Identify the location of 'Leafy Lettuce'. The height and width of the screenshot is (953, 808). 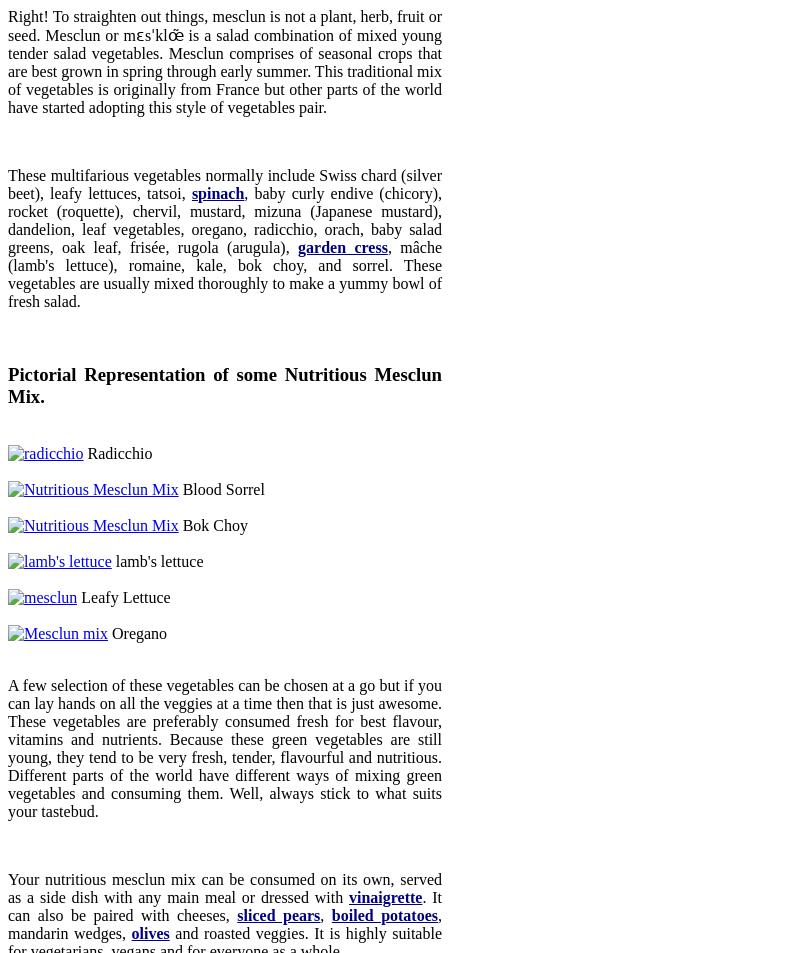
(122, 596).